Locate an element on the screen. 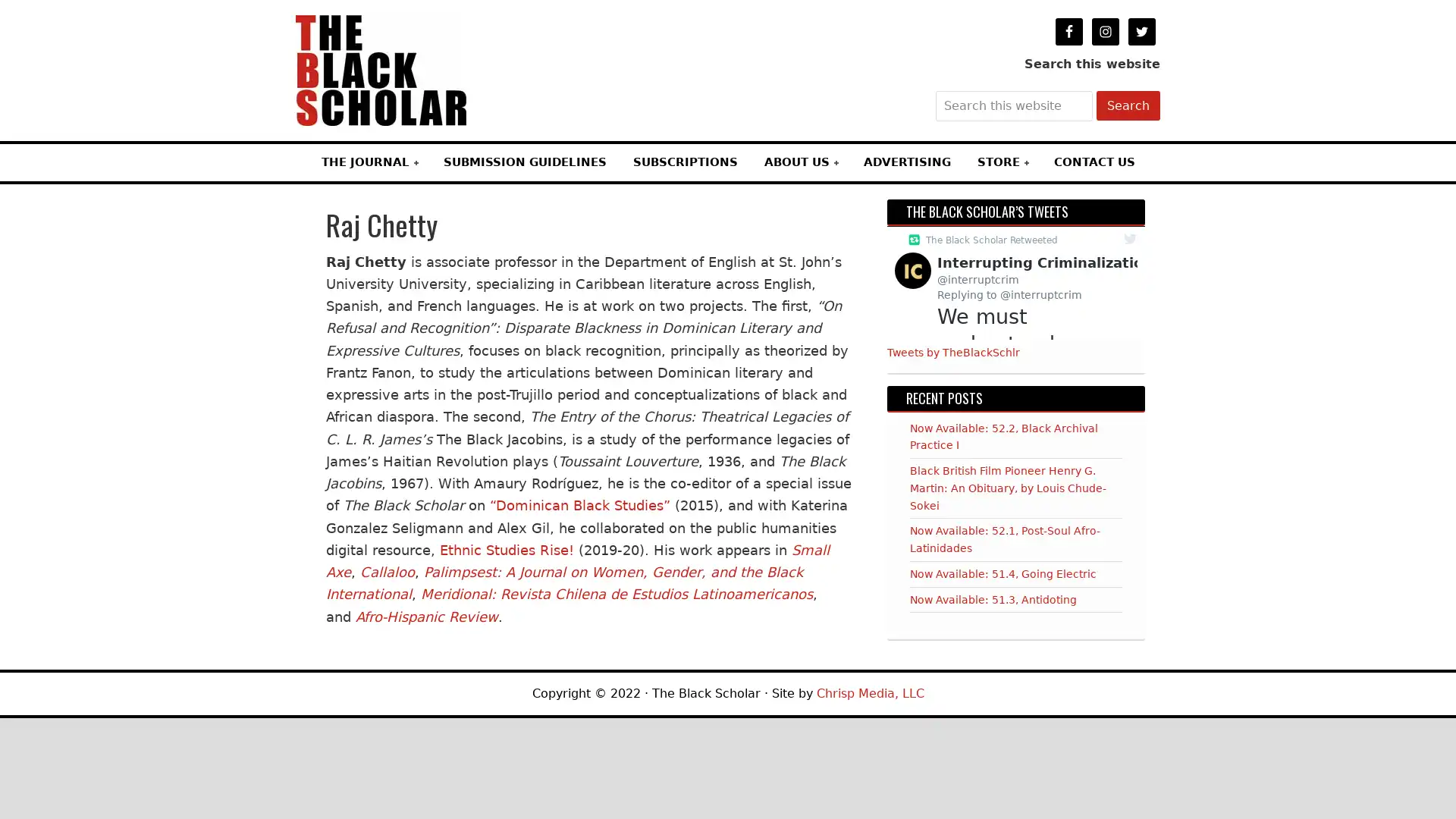 The width and height of the screenshot is (1456, 819). Search is located at coordinates (1128, 105).